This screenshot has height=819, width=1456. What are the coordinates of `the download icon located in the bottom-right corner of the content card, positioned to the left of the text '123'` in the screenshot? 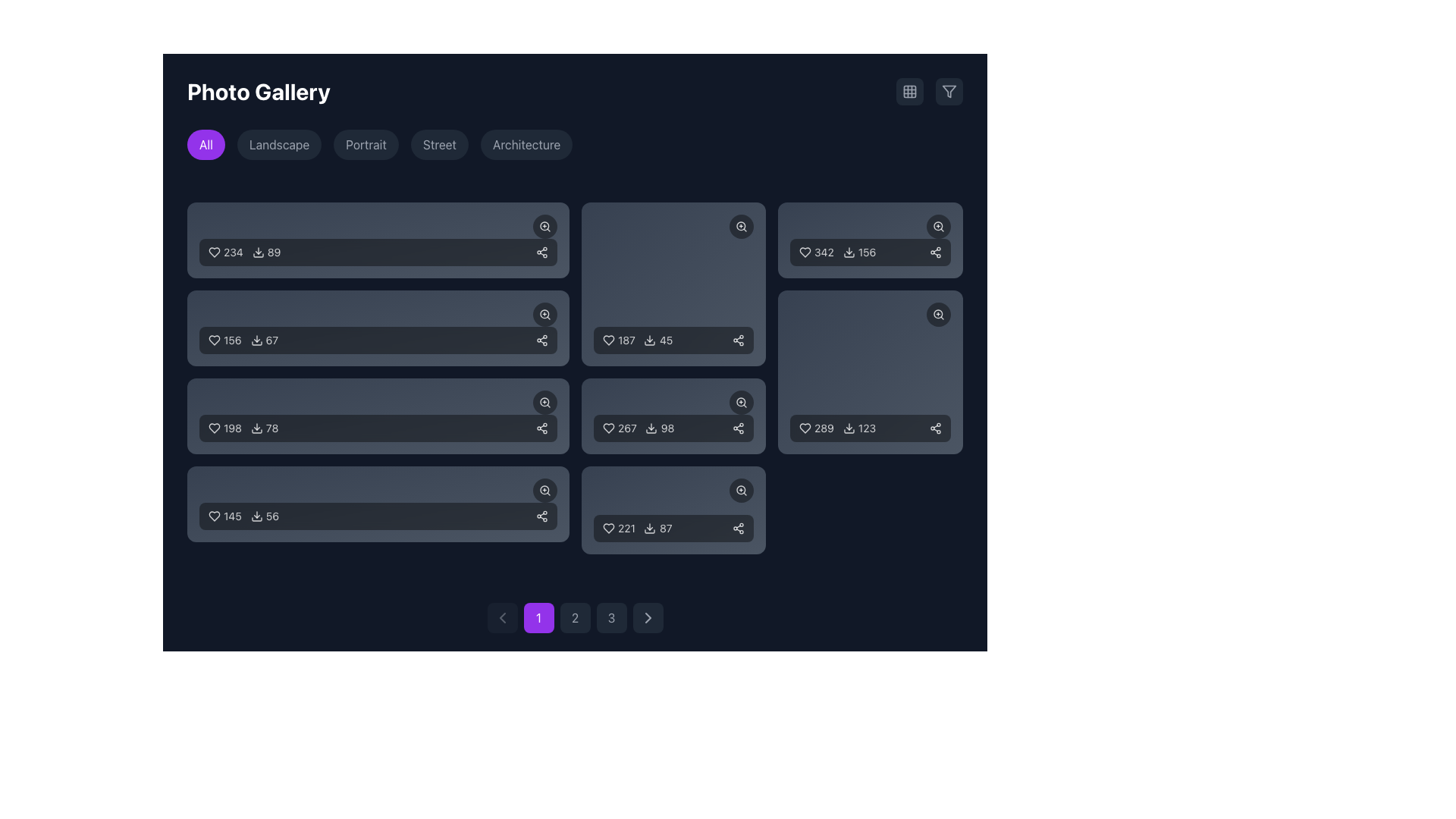 It's located at (849, 428).